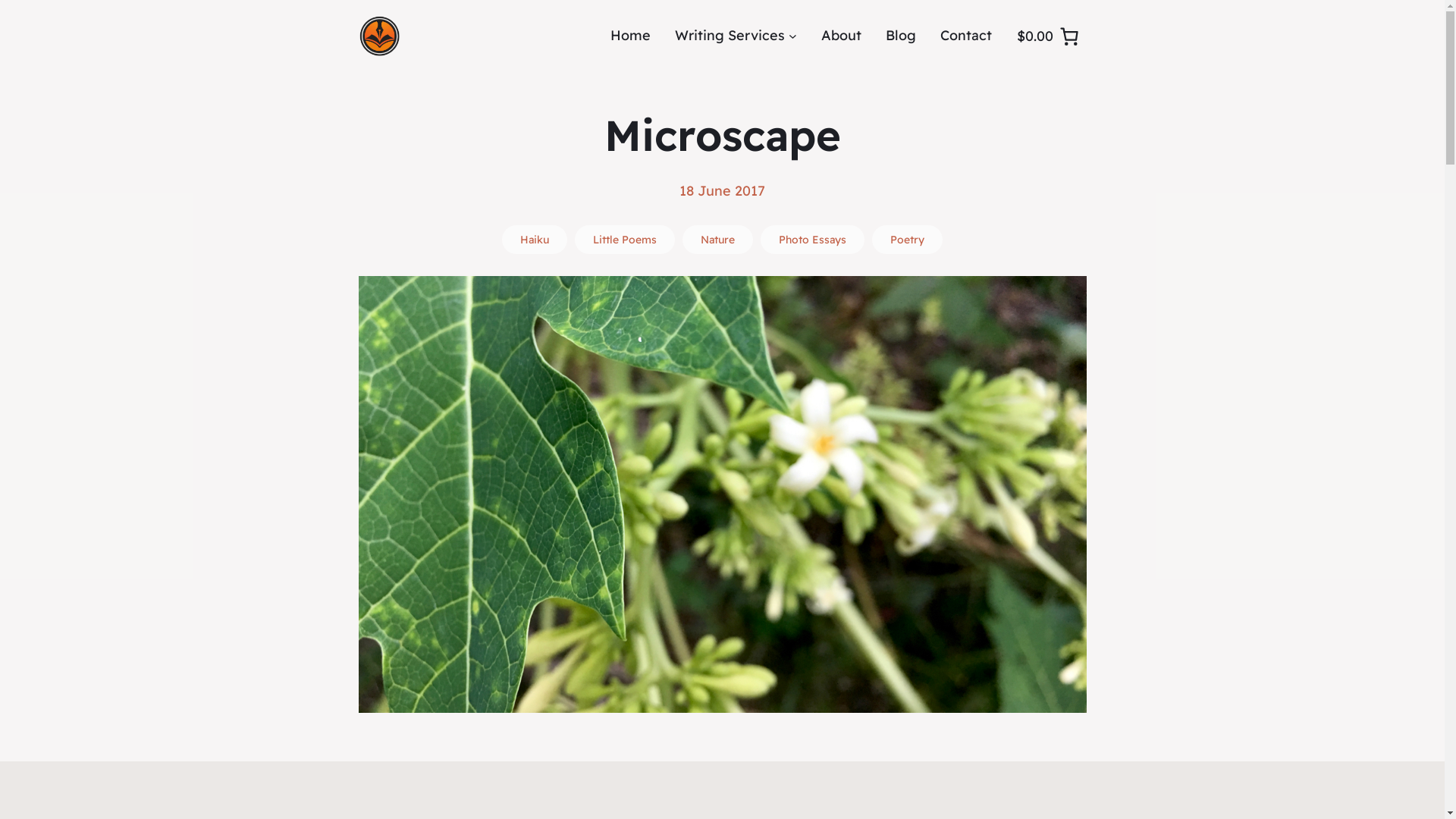 The width and height of the screenshot is (1456, 819). I want to click on 'Poetry', so click(907, 239).